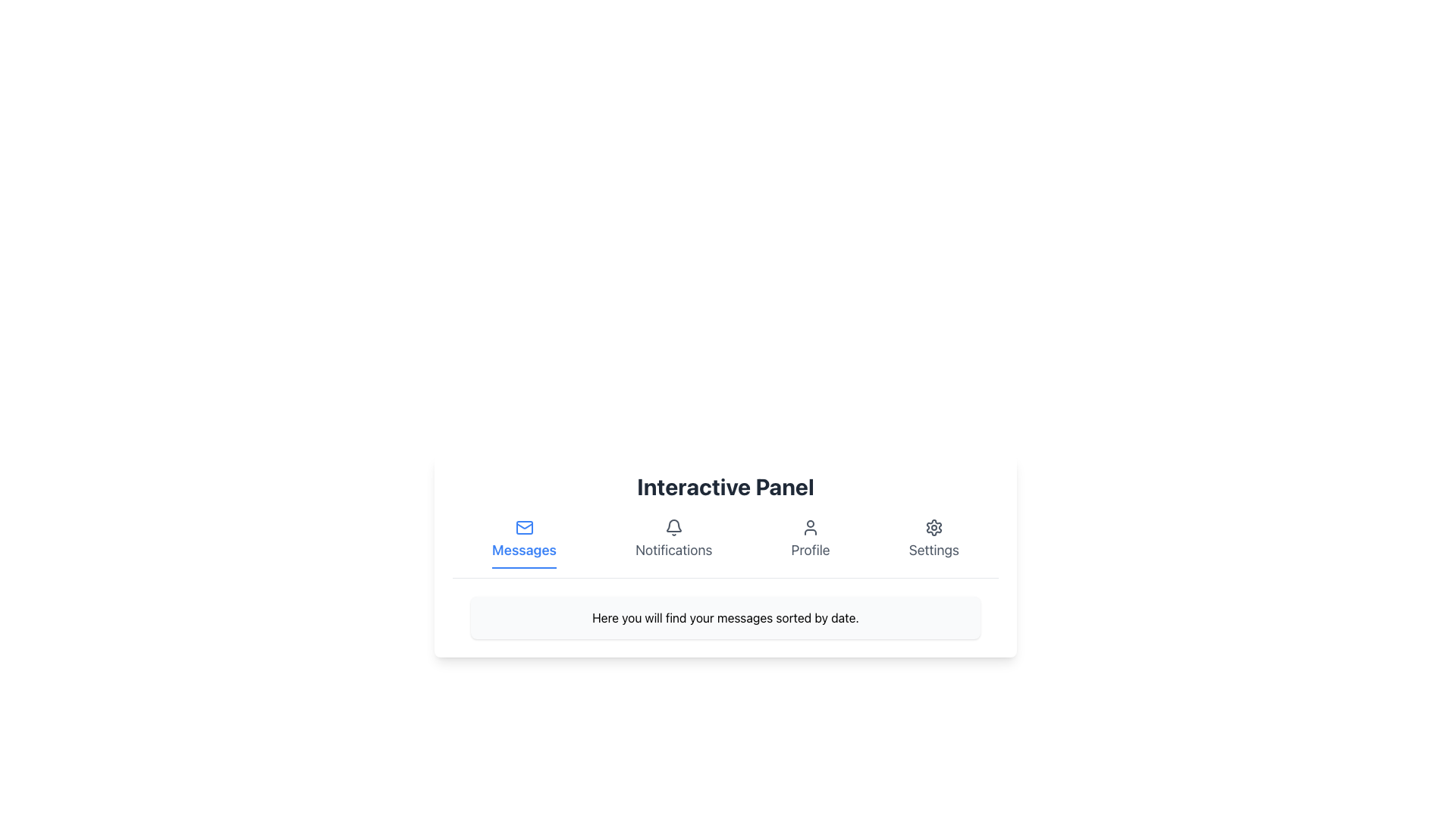 The height and width of the screenshot is (819, 1456). I want to click on the 'Settings' interactive menu item, which features a gear icon and medium gray text, so click(933, 543).